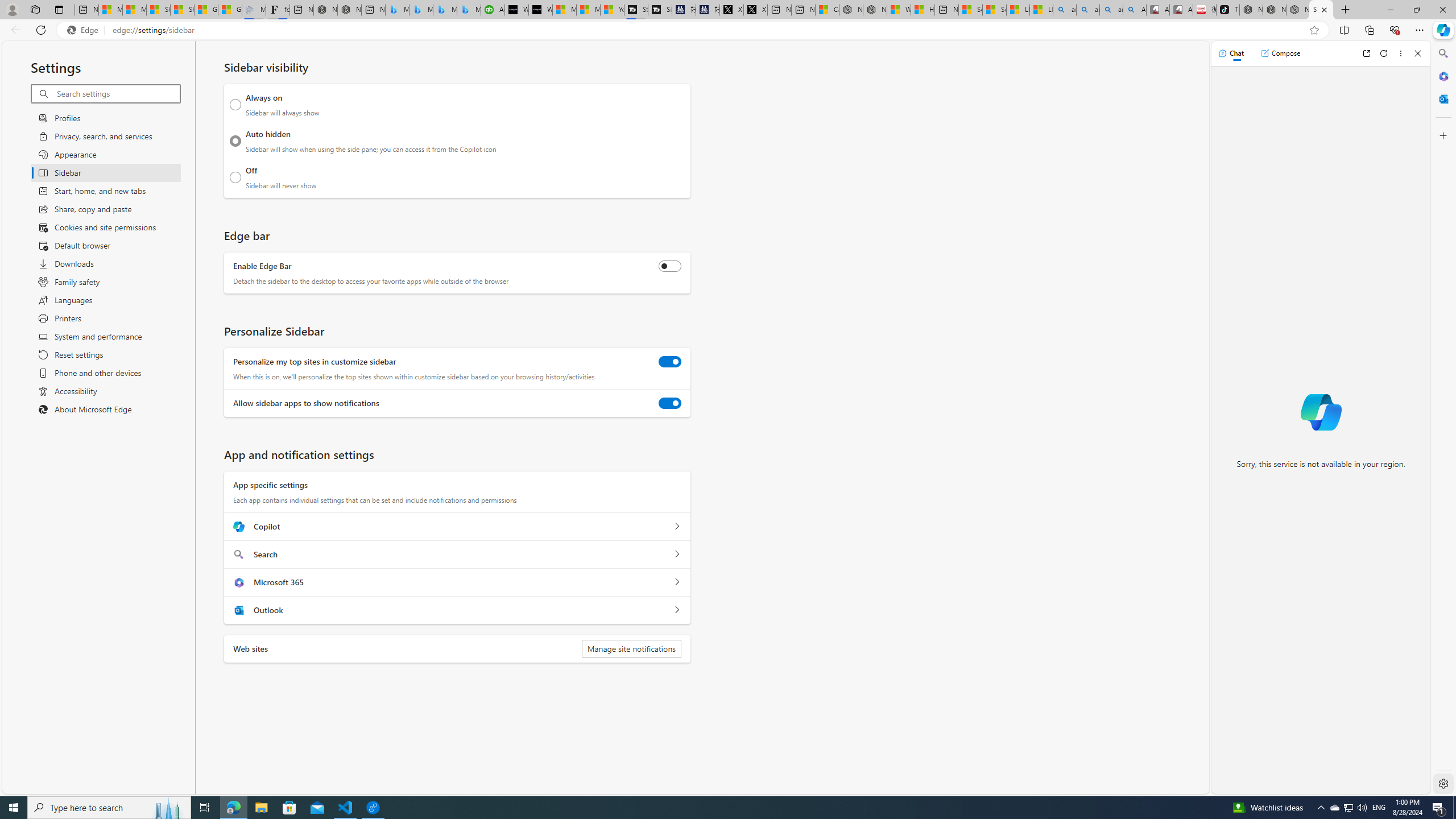 This screenshot has height=819, width=1456. I want to click on 'All Cubot phones', so click(1181, 9).